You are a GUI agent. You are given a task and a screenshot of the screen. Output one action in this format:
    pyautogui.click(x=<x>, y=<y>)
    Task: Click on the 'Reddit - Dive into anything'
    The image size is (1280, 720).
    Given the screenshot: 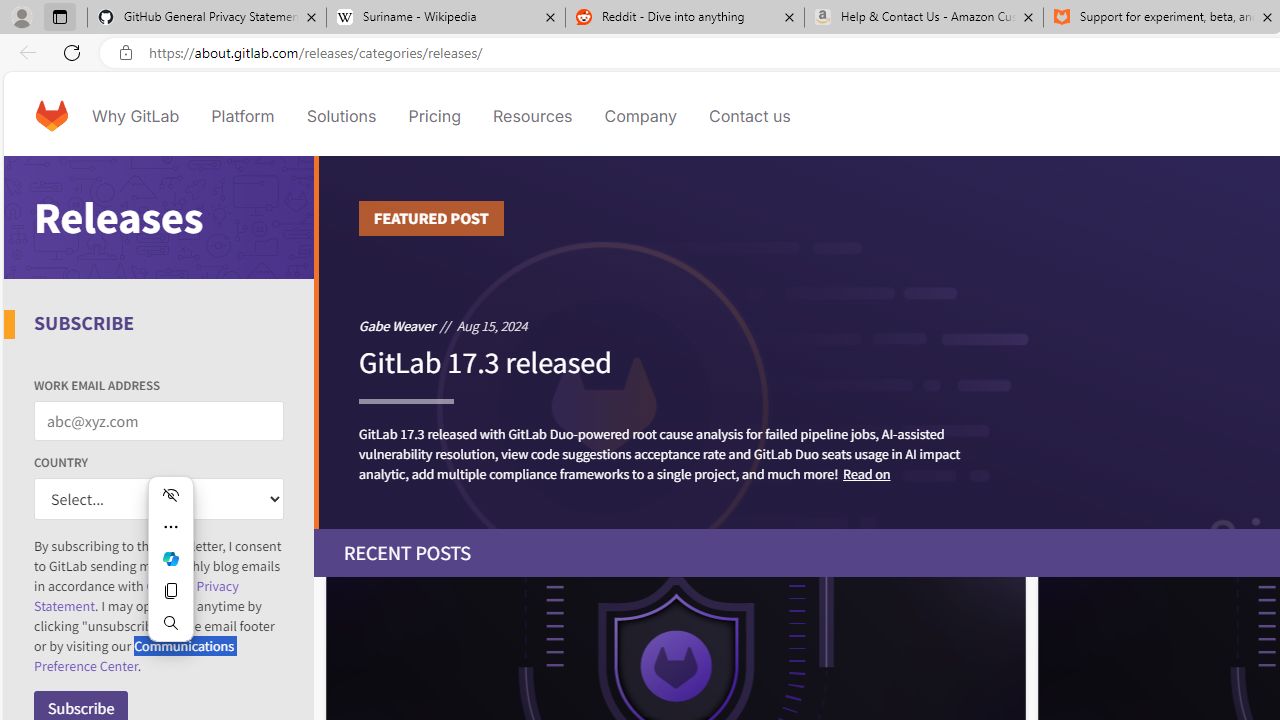 What is the action you would take?
    pyautogui.click(x=684, y=17)
    